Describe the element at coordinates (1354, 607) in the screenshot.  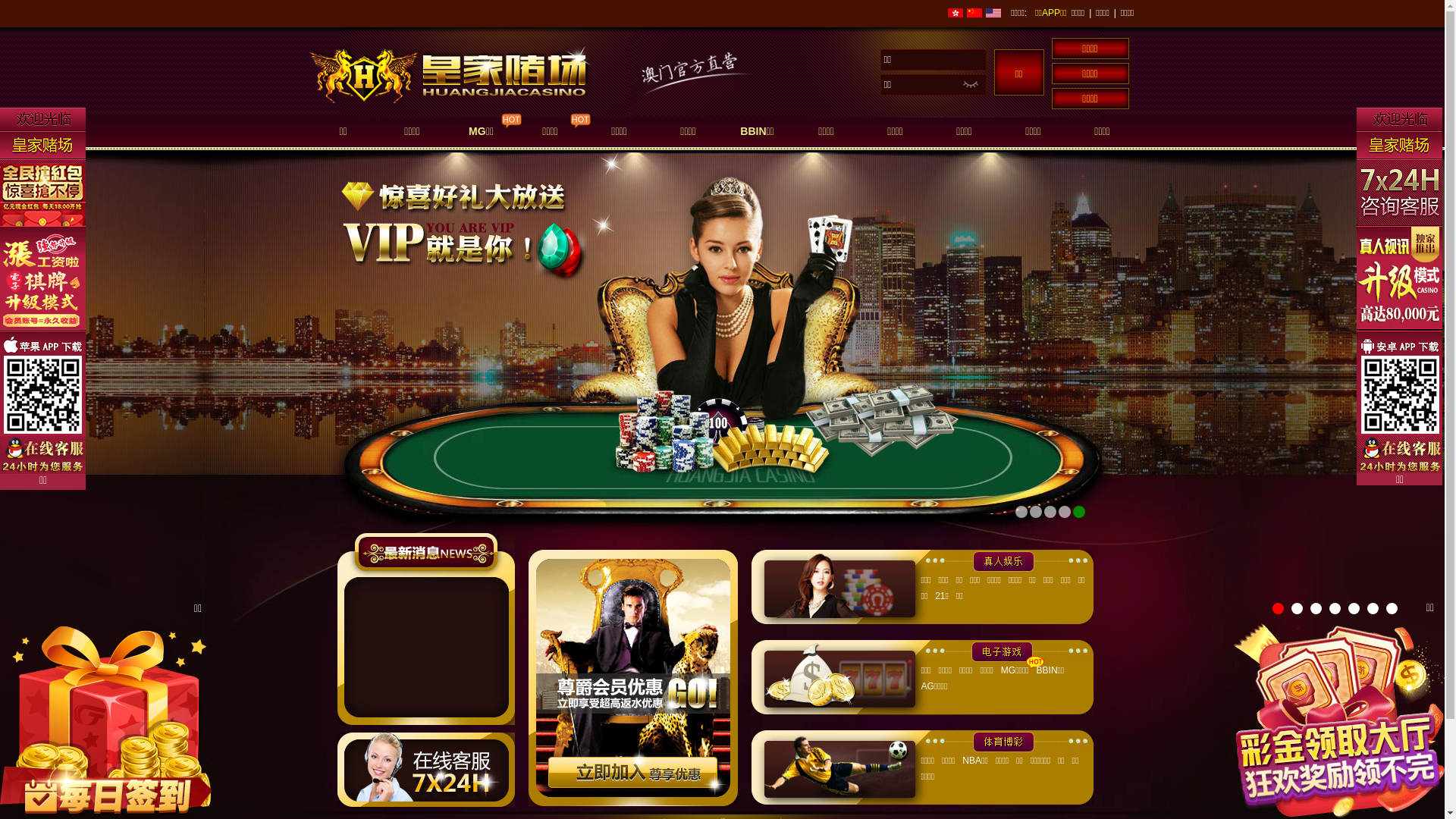
I see `'5'` at that location.